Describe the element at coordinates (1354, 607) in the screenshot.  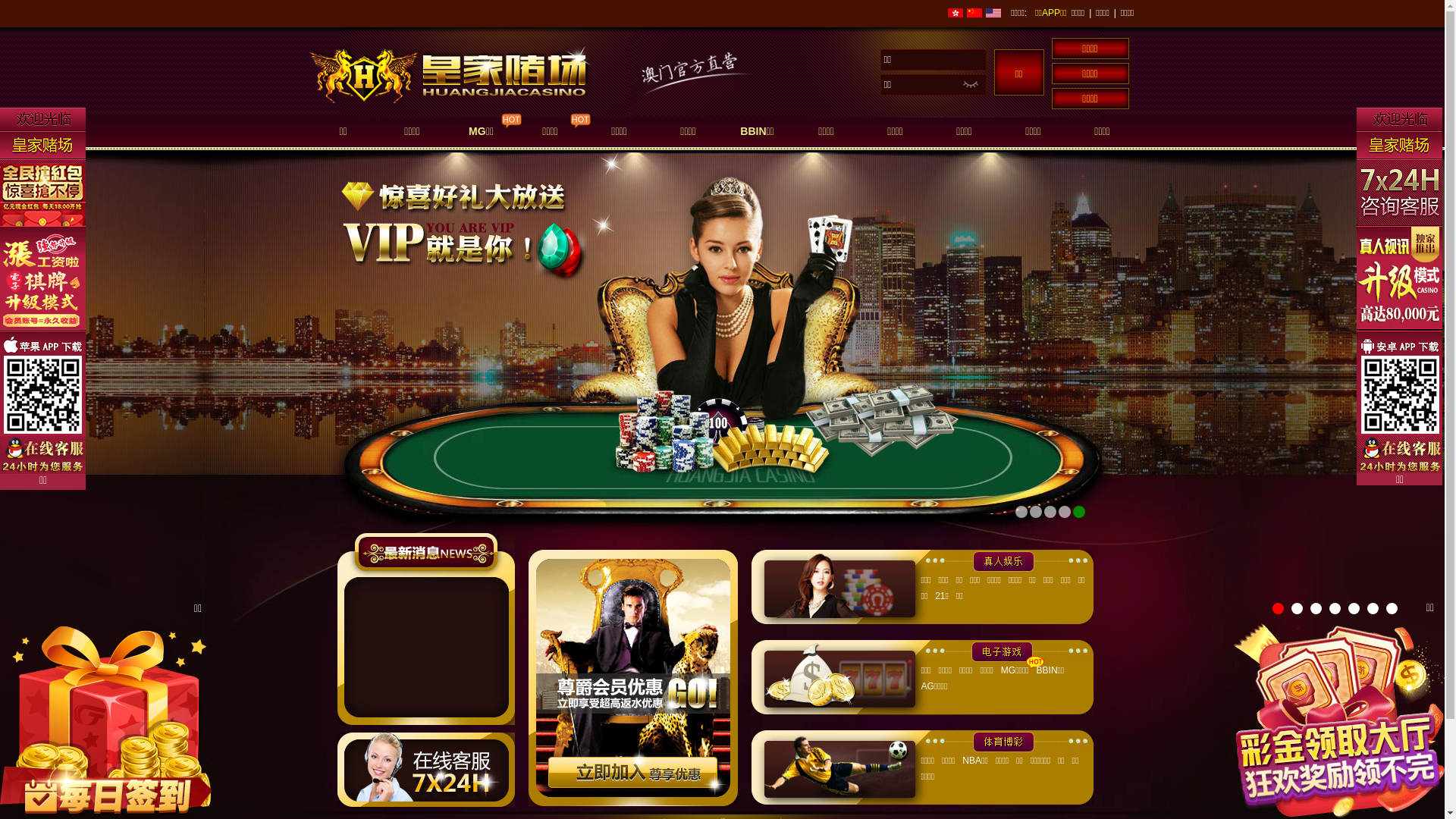
I see `'5'` at that location.